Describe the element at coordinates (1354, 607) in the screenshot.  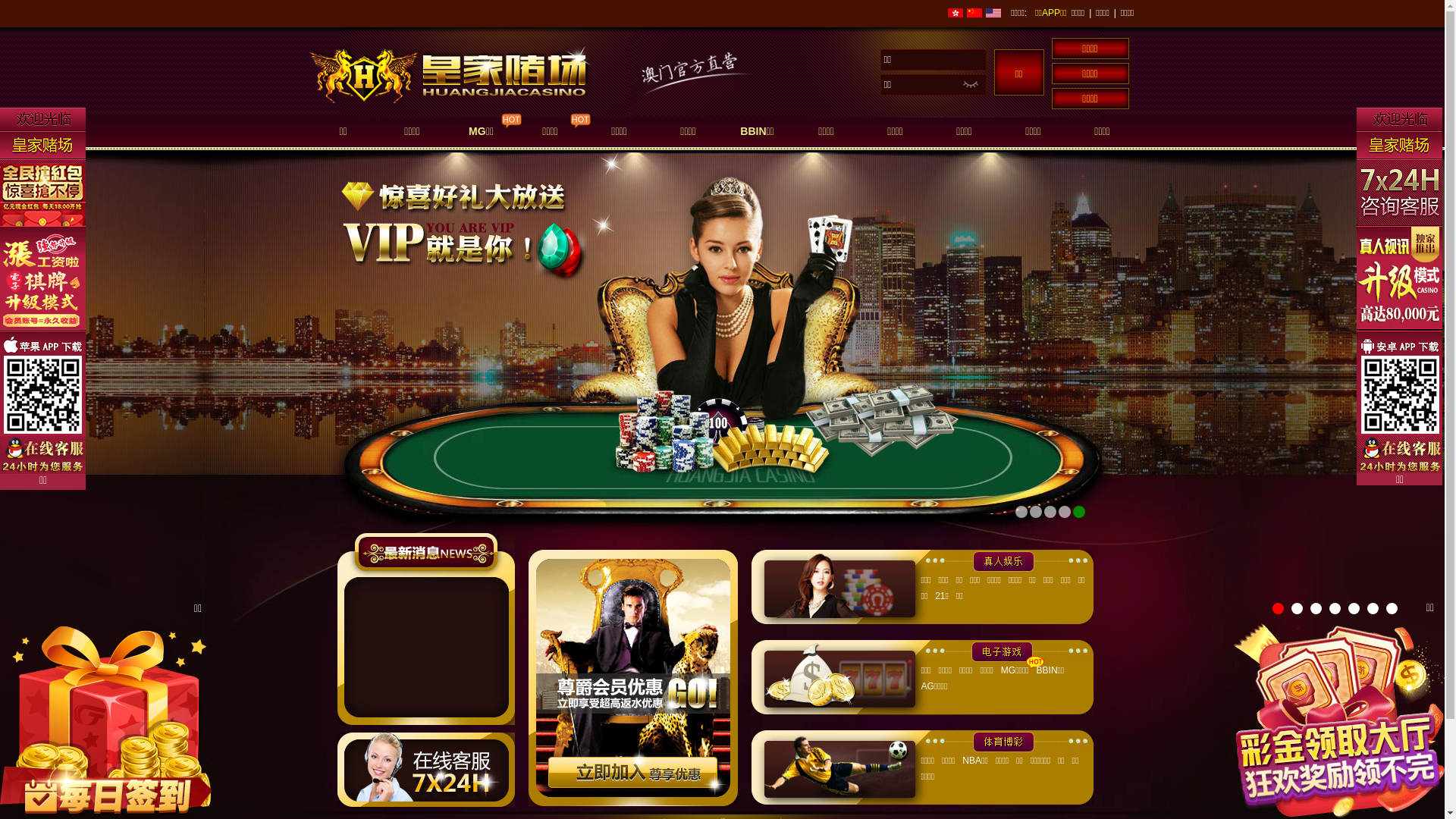
I see `'5'` at that location.